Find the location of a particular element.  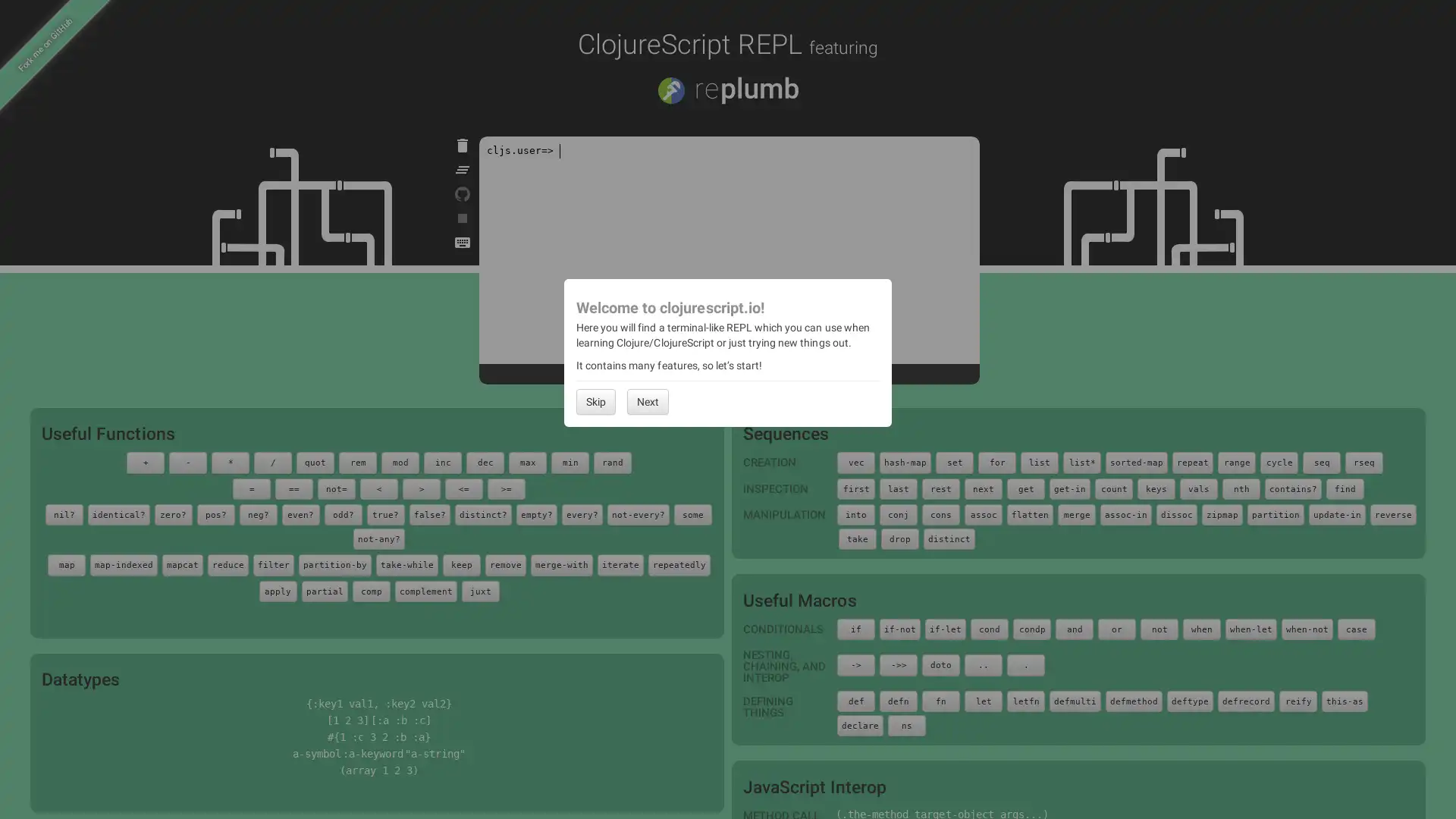

+ is located at coordinates (146, 461).